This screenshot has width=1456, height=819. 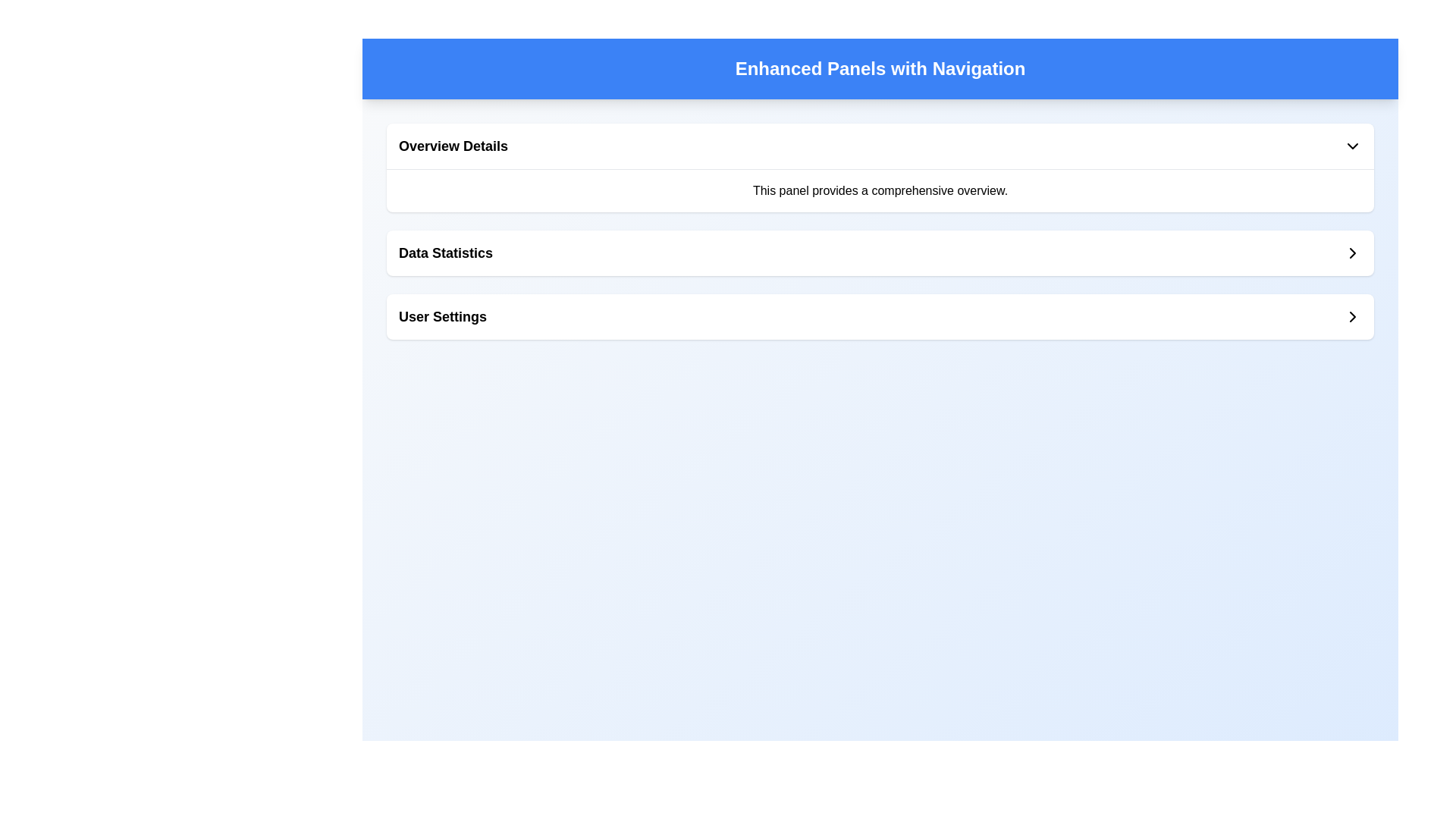 I want to click on the 'User Settings' panel, which is a horizontal panel with rounded corners and a white background, so click(x=880, y=315).